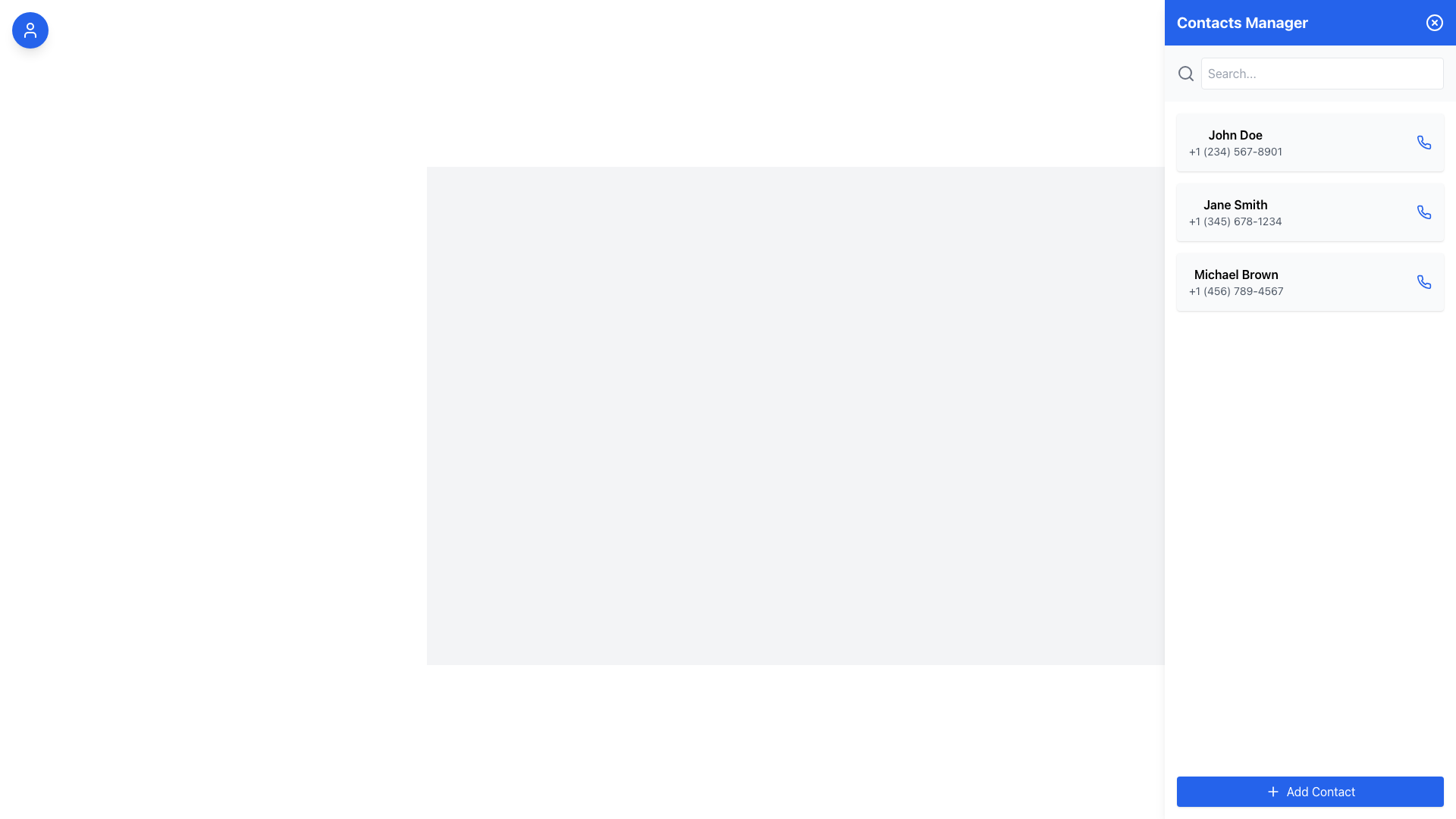 Image resolution: width=1456 pixels, height=819 pixels. What do you see at coordinates (1423, 143) in the screenshot?
I see `the icon button resembling a phone handset, which is styled with blue strokes and located to the right of the contact information for 'John Doe'` at bounding box center [1423, 143].